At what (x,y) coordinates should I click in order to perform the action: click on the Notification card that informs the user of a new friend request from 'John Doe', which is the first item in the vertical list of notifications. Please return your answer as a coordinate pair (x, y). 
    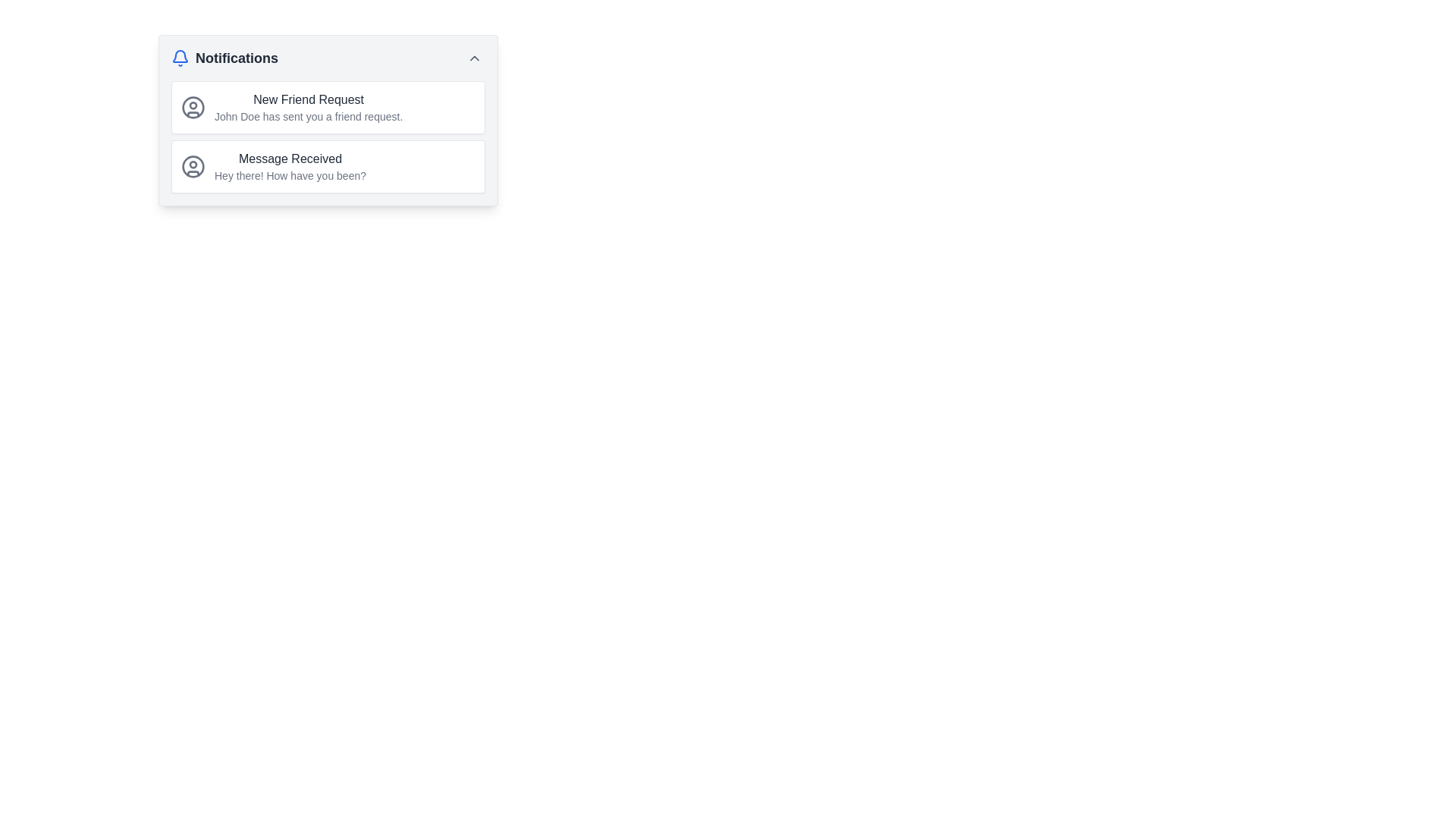
    Looking at the image, I should click on (327, 107).